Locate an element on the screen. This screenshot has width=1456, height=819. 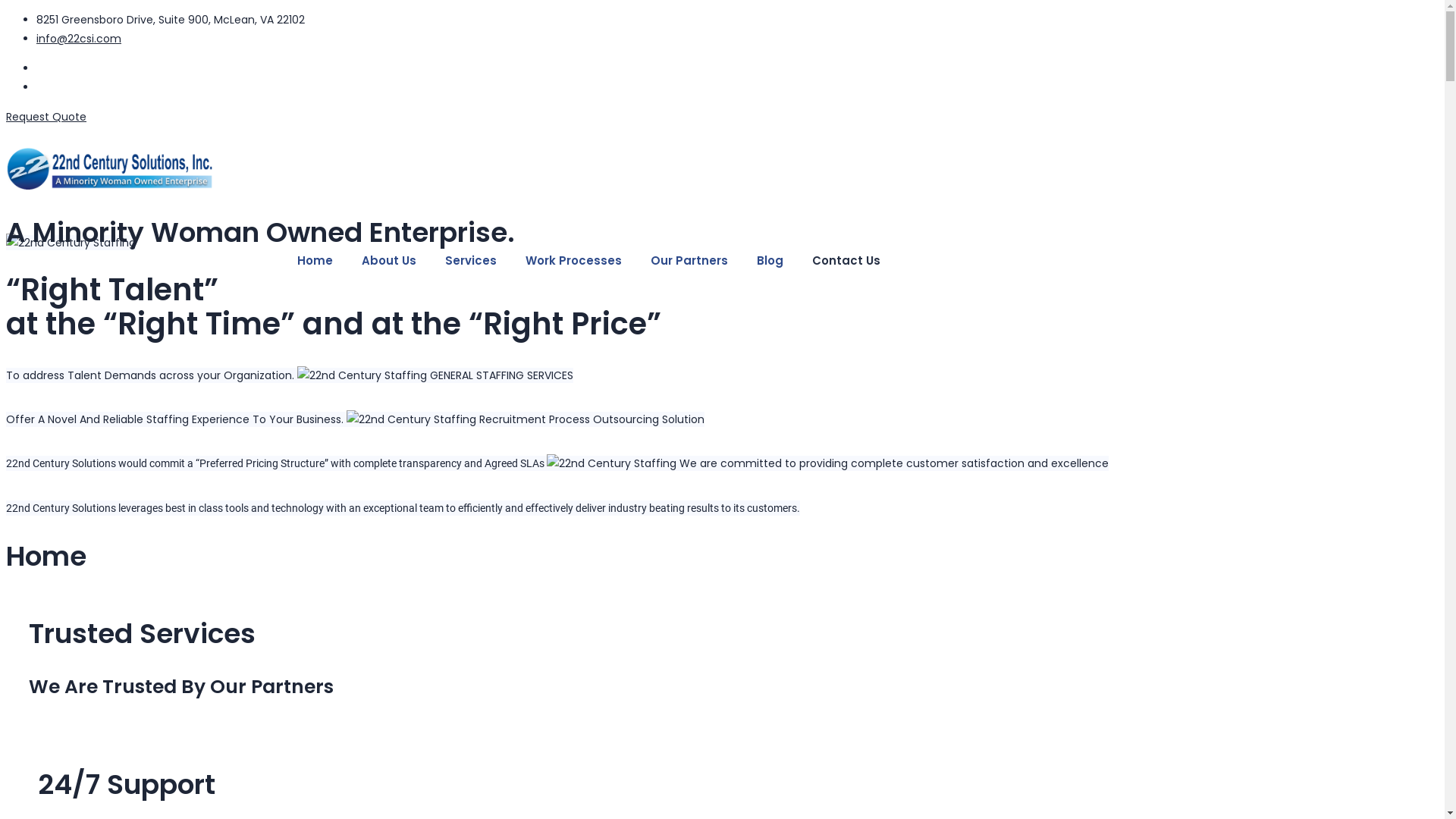
'22nd Century Solutions' is located at coordinates (449, 170).